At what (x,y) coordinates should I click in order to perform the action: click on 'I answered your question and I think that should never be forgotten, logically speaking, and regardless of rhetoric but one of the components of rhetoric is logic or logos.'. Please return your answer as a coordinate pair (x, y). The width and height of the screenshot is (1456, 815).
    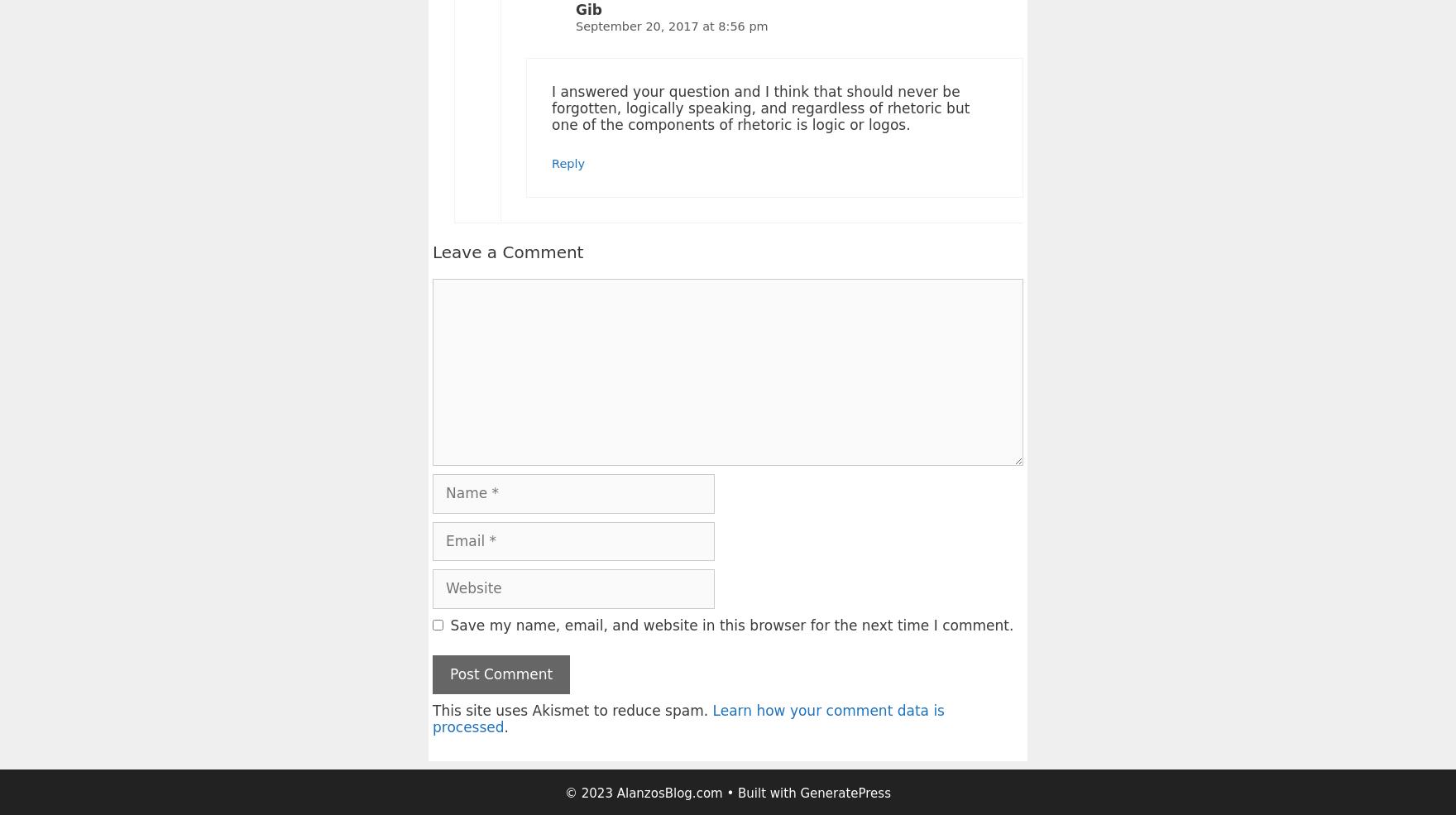
    Looking at the image, I should click on (760, 108).